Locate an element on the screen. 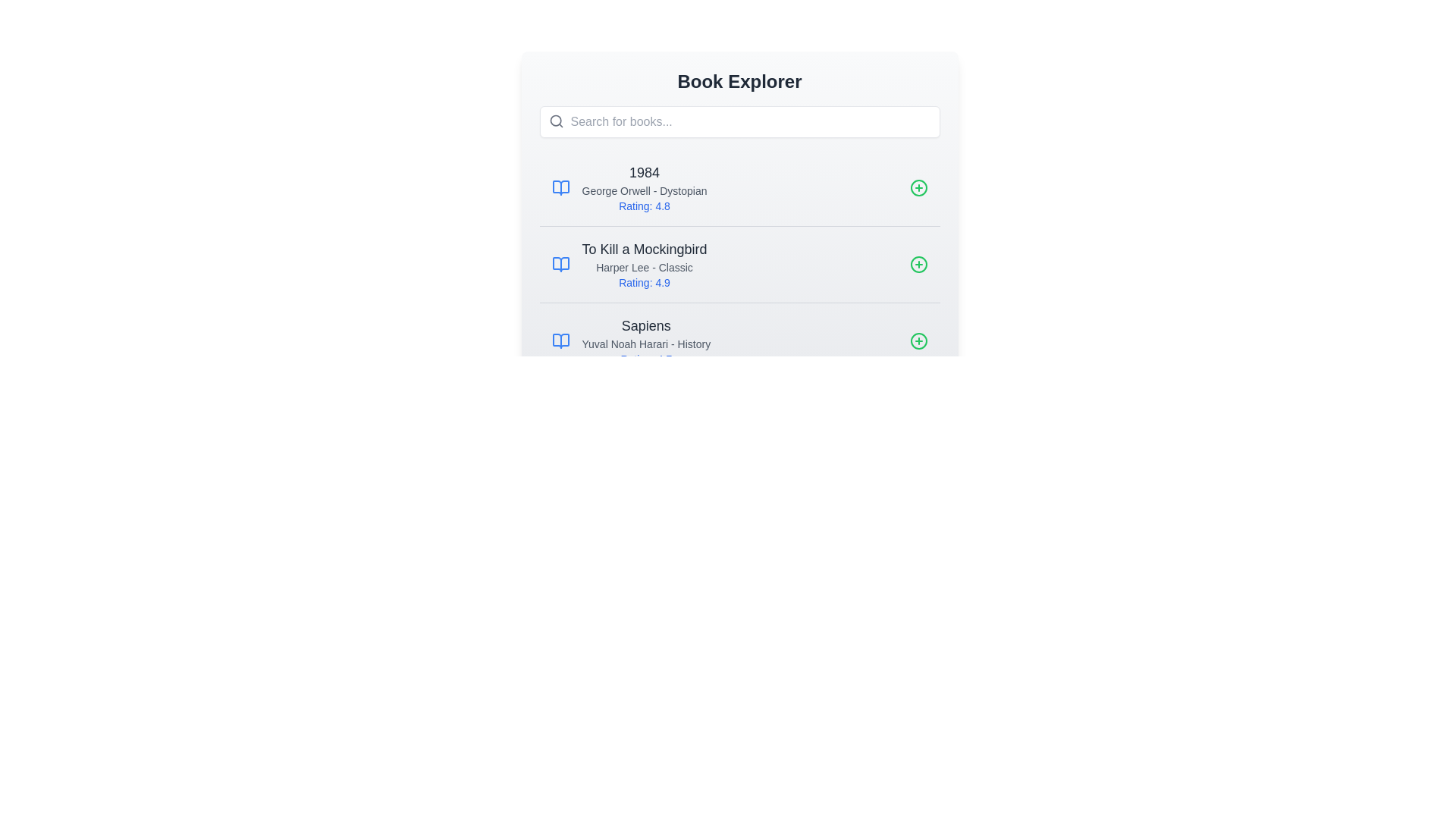  the circular plus icon with a green stroke located at the far right of the row displaying the book '1984' by George Orwell is located at coordinates (918, 187).